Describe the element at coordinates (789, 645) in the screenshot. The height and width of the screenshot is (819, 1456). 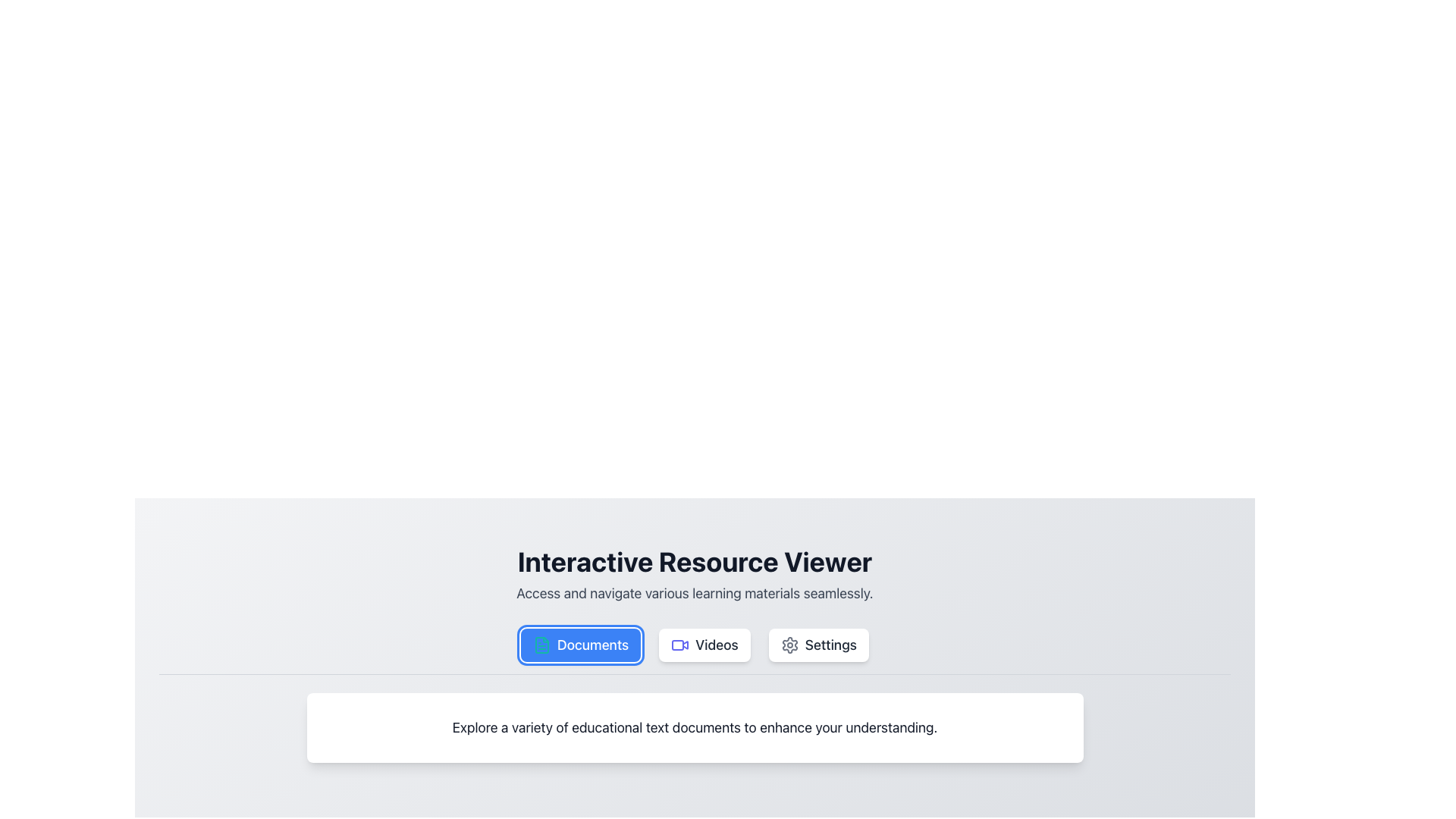
I see `the small gray cogwheel icon representing settings, which is located inside the 'Settings' button on the rightmost side of the menu bar` at that location.